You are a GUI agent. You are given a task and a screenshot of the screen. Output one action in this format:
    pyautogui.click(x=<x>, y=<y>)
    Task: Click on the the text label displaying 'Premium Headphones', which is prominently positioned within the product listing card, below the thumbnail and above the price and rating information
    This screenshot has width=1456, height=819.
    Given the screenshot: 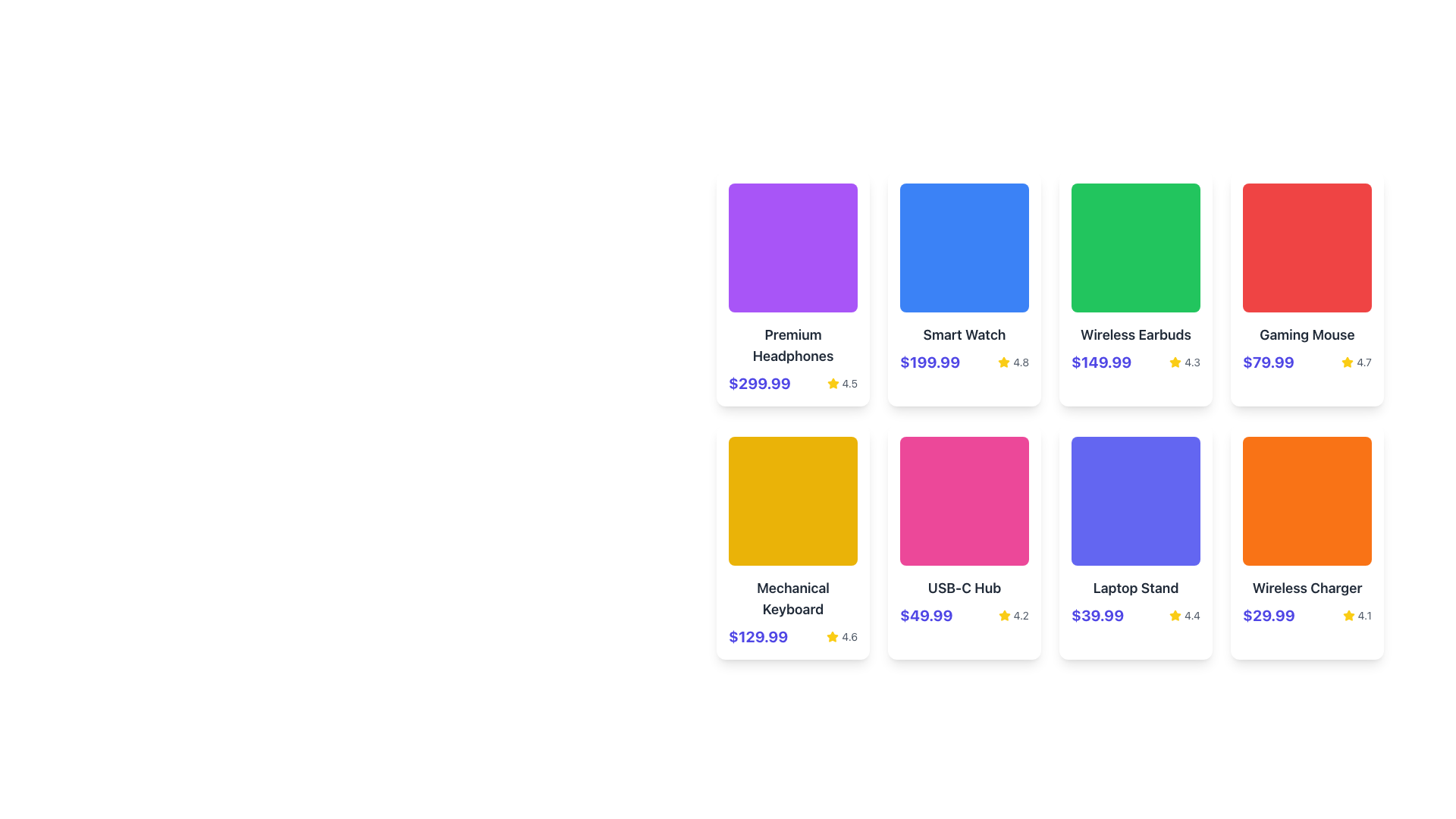 What is the action you would take?
    pyautogui.click(x=792, y=345)
    